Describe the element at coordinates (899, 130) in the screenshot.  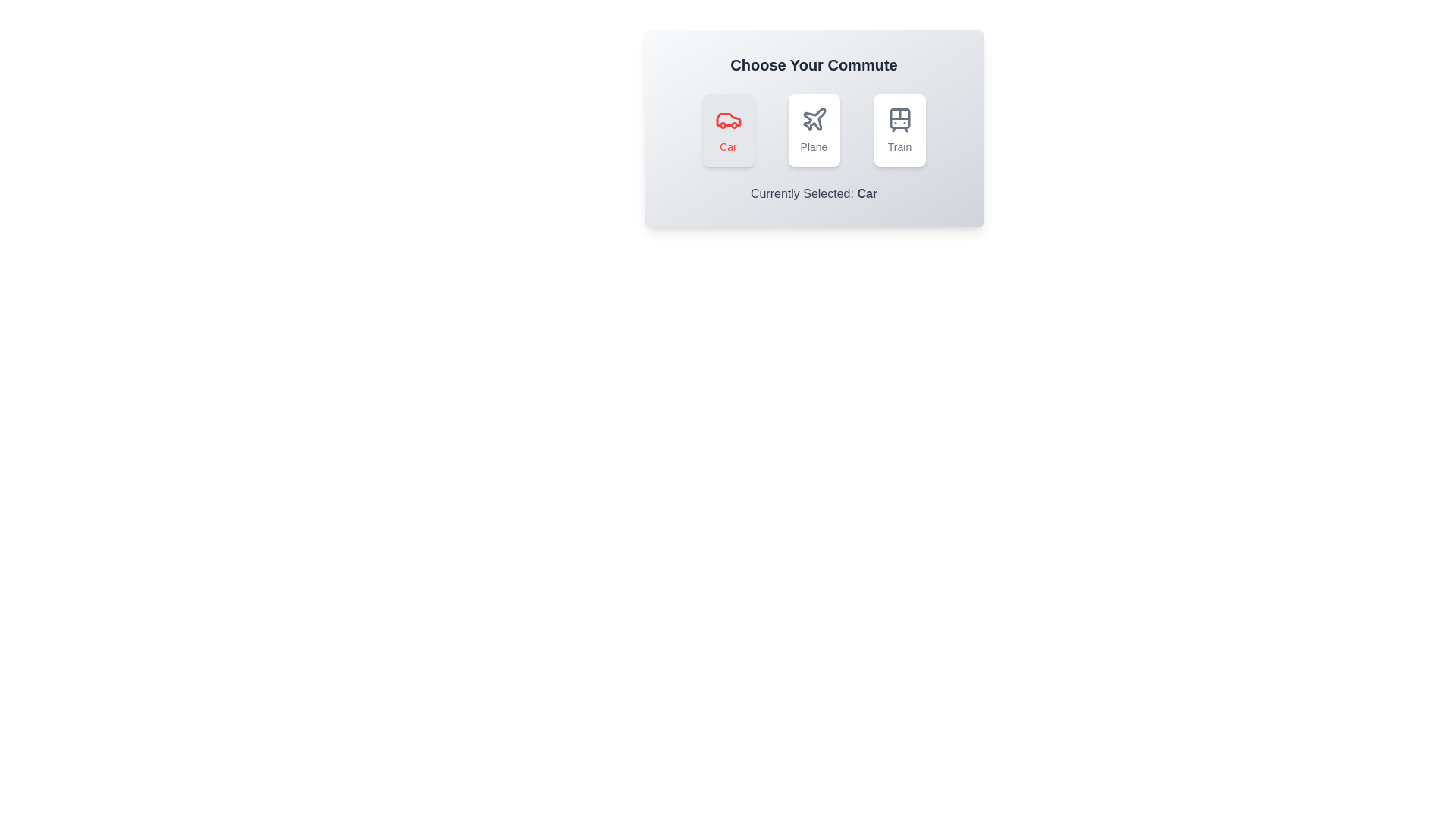
I see `the icon representing Train to observe its hover effect` at that location.